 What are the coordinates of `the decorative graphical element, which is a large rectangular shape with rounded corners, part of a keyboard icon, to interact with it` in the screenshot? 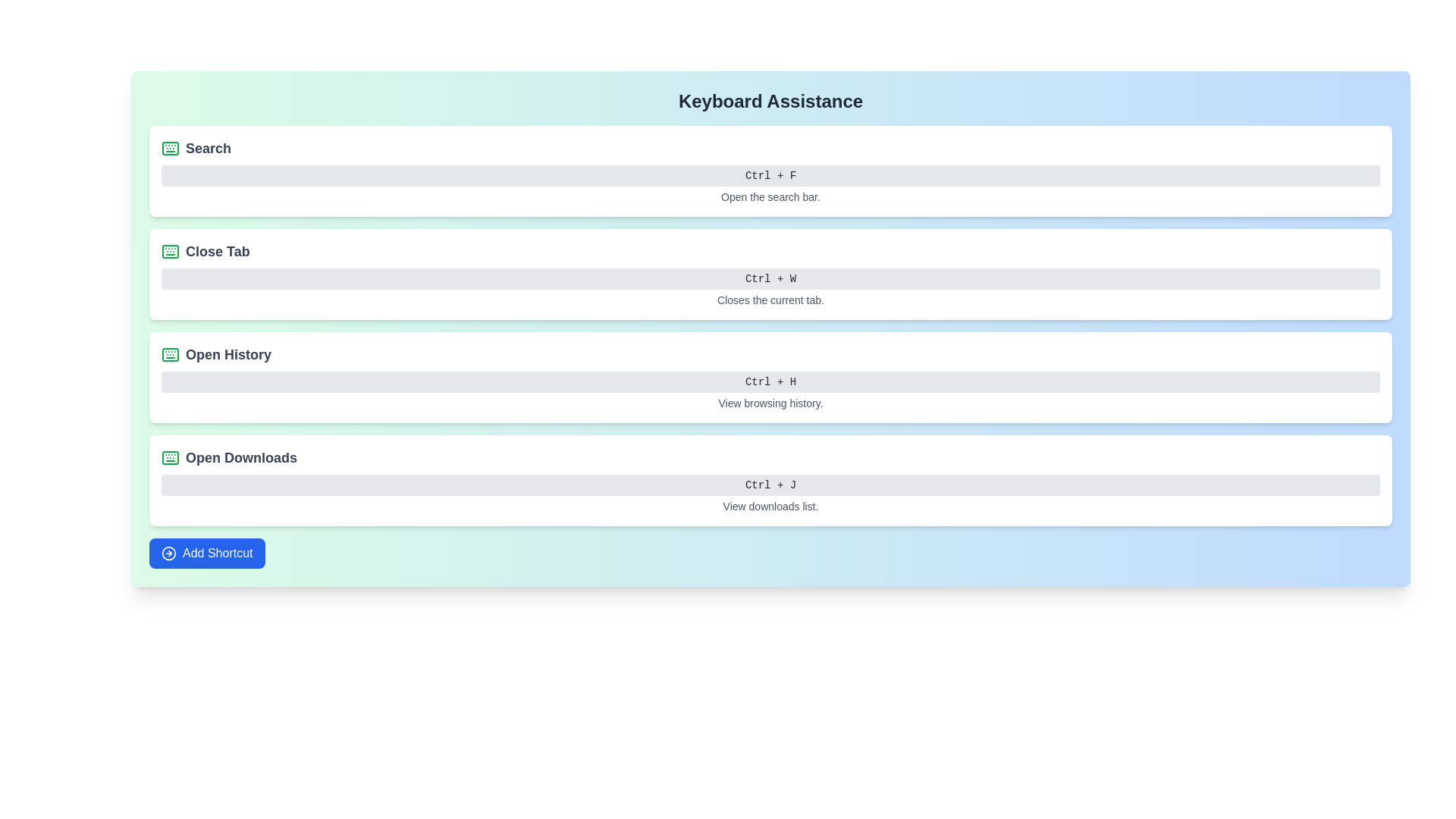 It's located at (171, 354).